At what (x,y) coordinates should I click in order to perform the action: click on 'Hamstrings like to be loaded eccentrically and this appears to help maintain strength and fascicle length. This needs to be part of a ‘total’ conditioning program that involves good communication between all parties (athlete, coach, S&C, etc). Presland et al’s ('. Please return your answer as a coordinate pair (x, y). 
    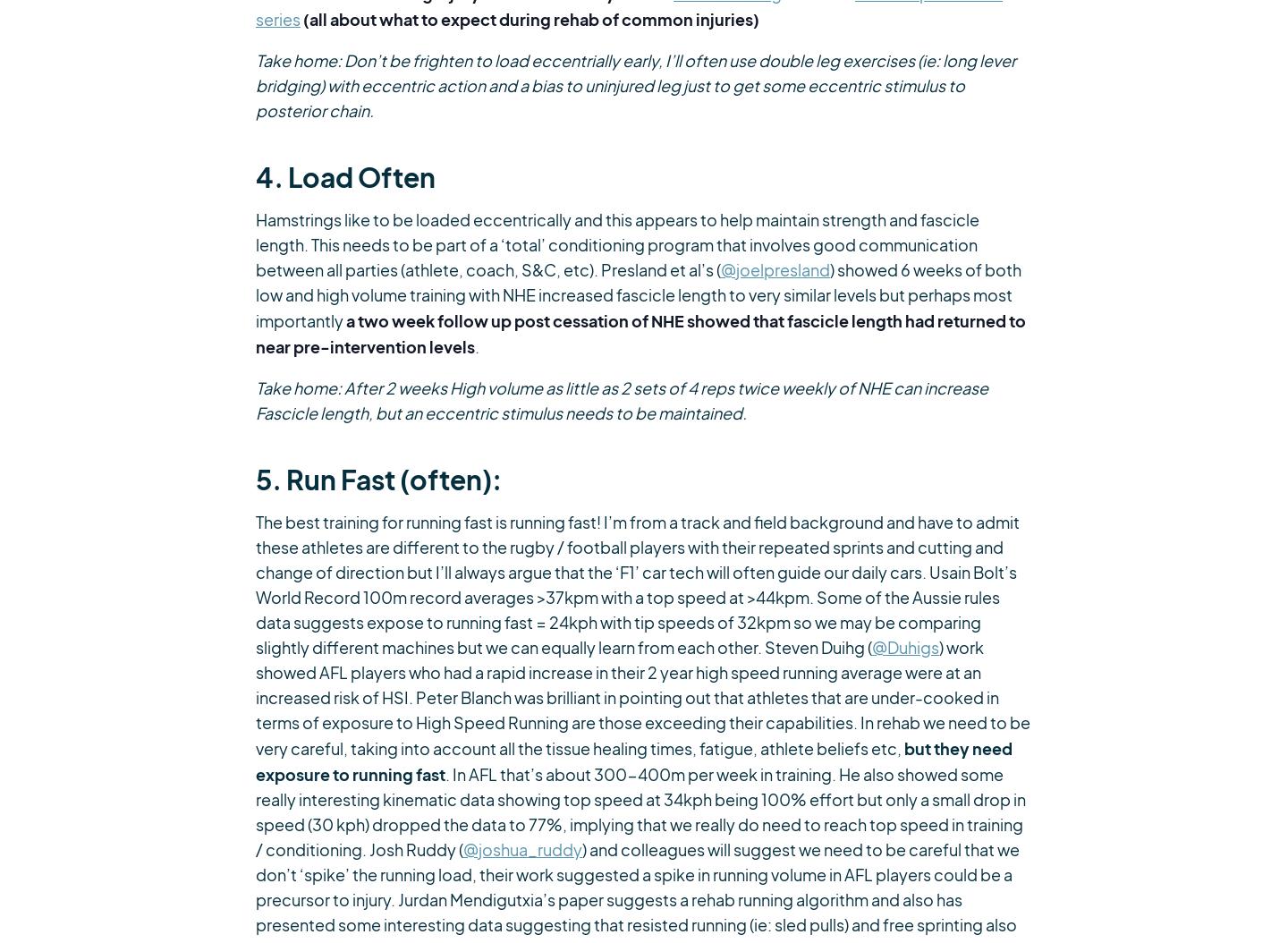
    Looking at the image, I should click on (617, 243).